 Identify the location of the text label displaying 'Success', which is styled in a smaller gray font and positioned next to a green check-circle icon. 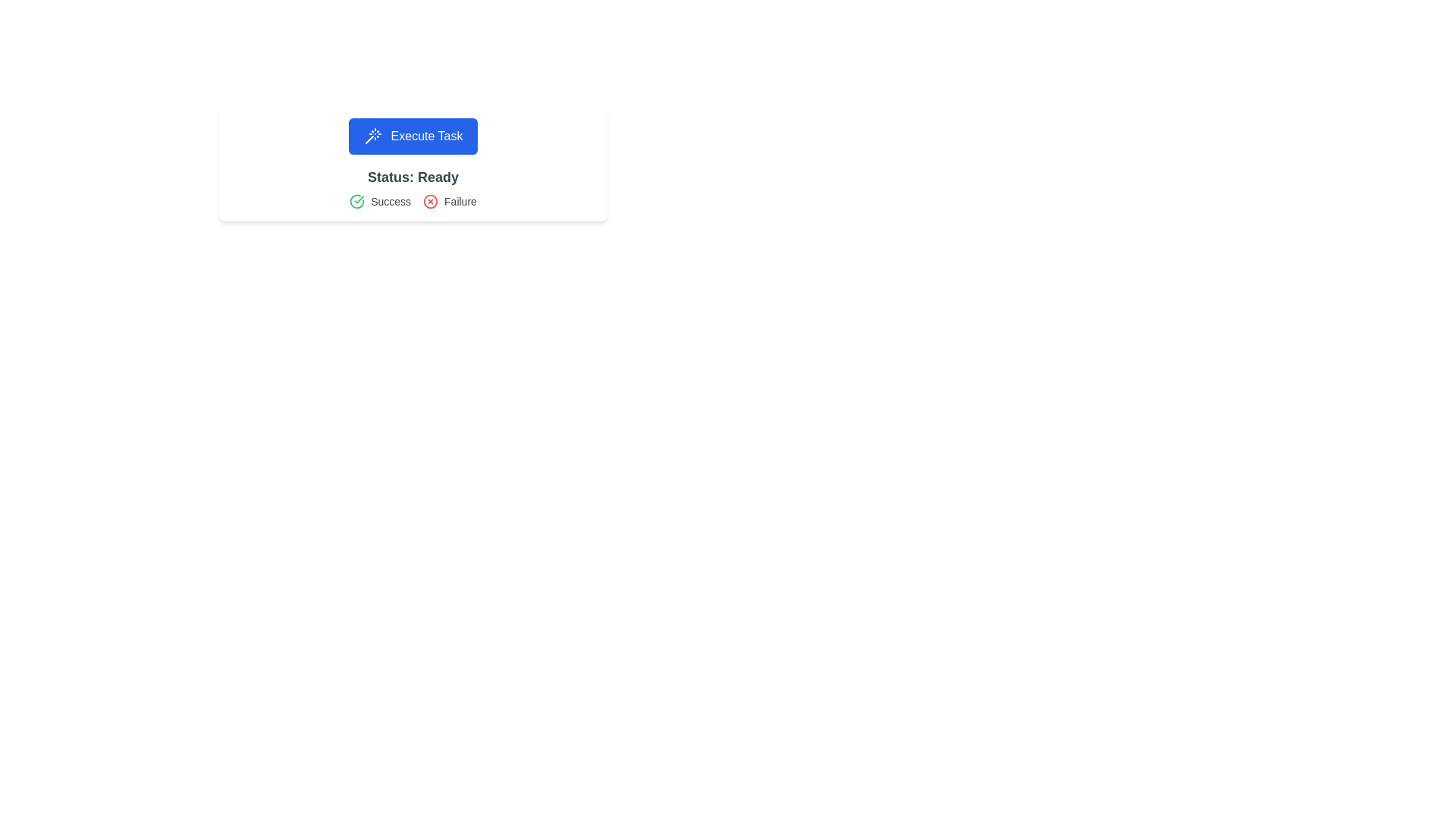
(391, 201).